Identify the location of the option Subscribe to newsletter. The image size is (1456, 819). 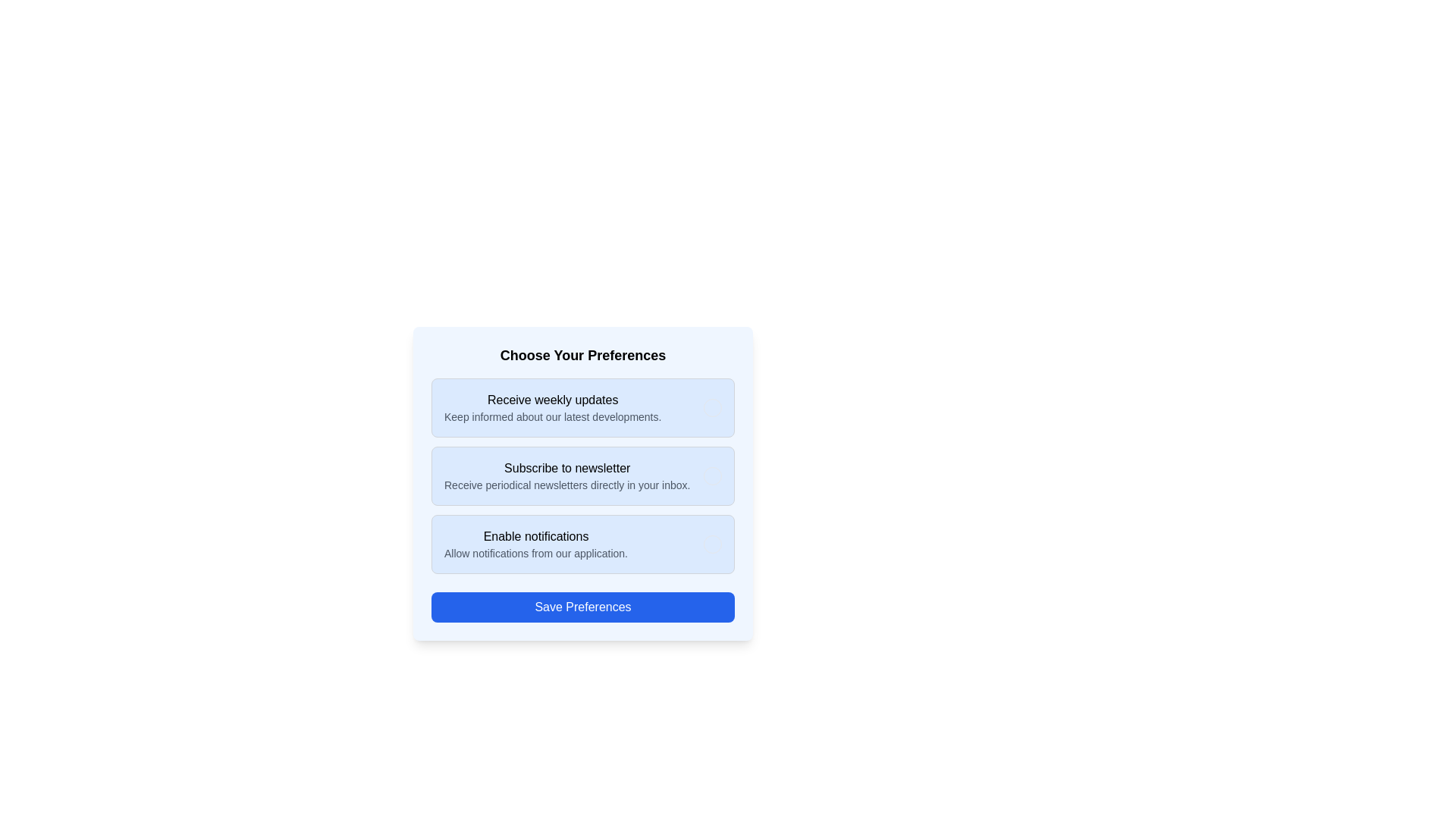
(712, 475).